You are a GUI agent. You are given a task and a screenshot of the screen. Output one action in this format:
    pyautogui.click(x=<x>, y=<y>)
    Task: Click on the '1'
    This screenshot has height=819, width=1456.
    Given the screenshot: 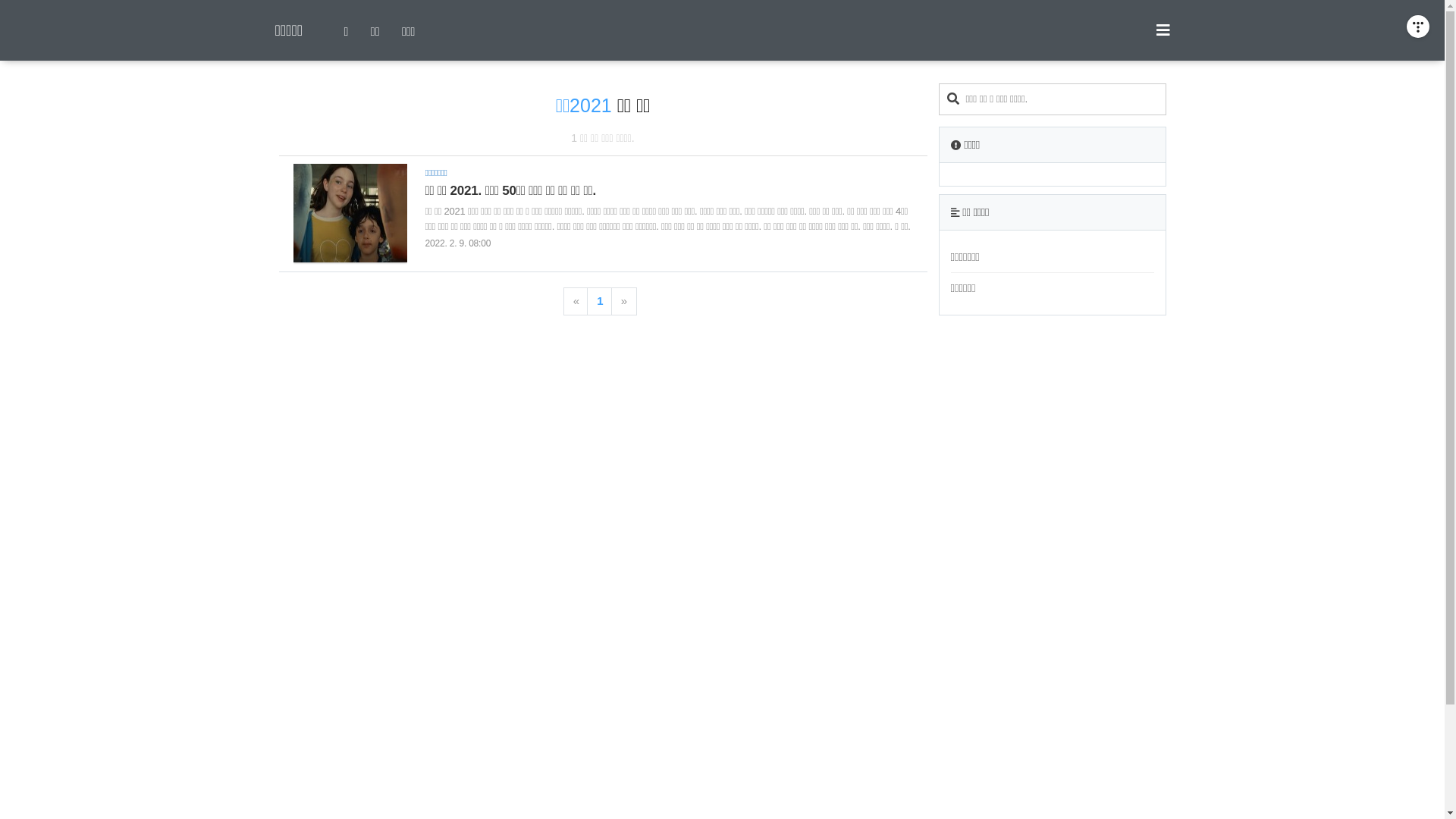 What is the action you would take?
    pyautogui.click(x=599, y=301)
    